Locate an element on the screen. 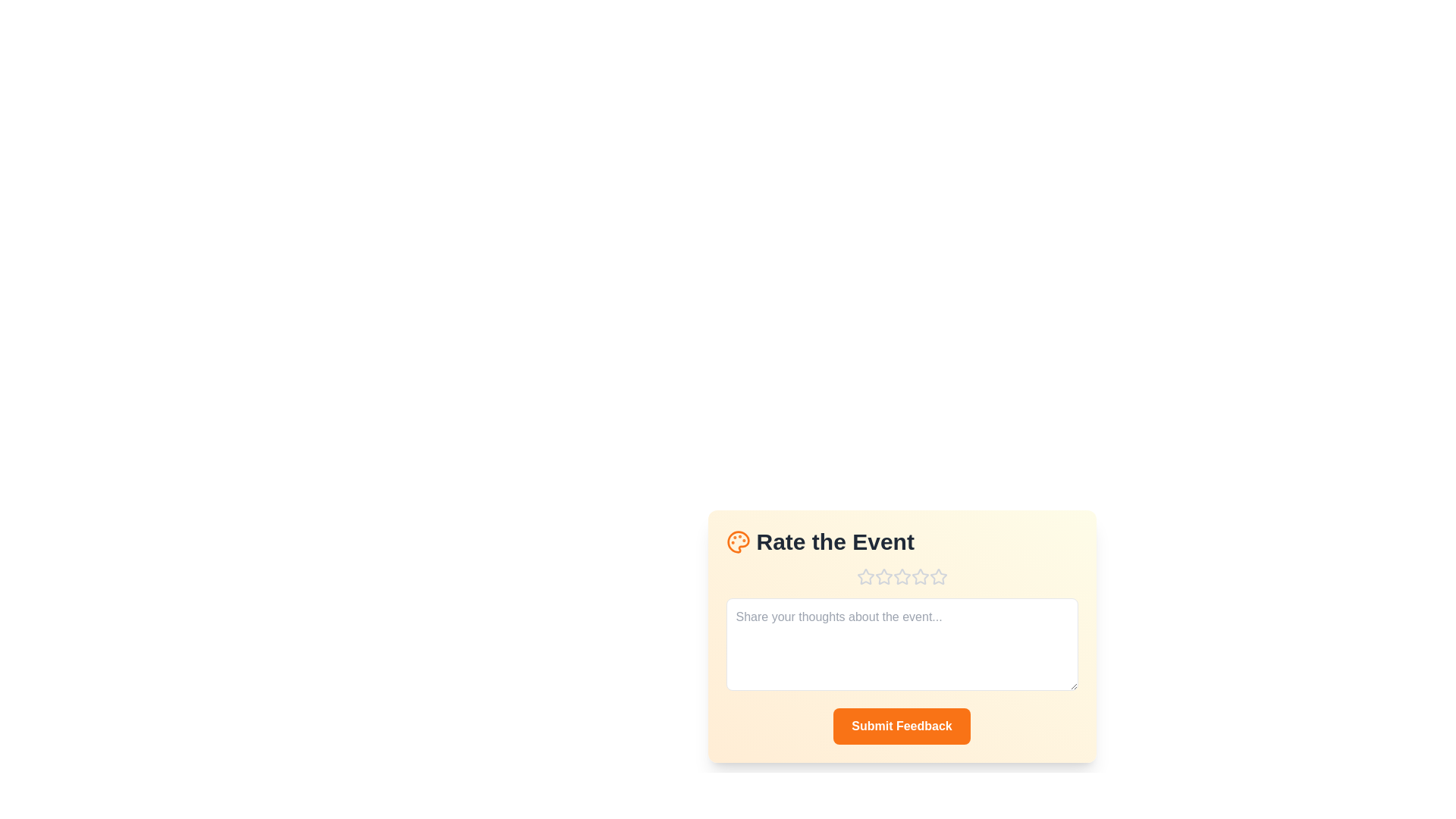  the 'Submit Feedback' button is located at coordinates (902, 725).